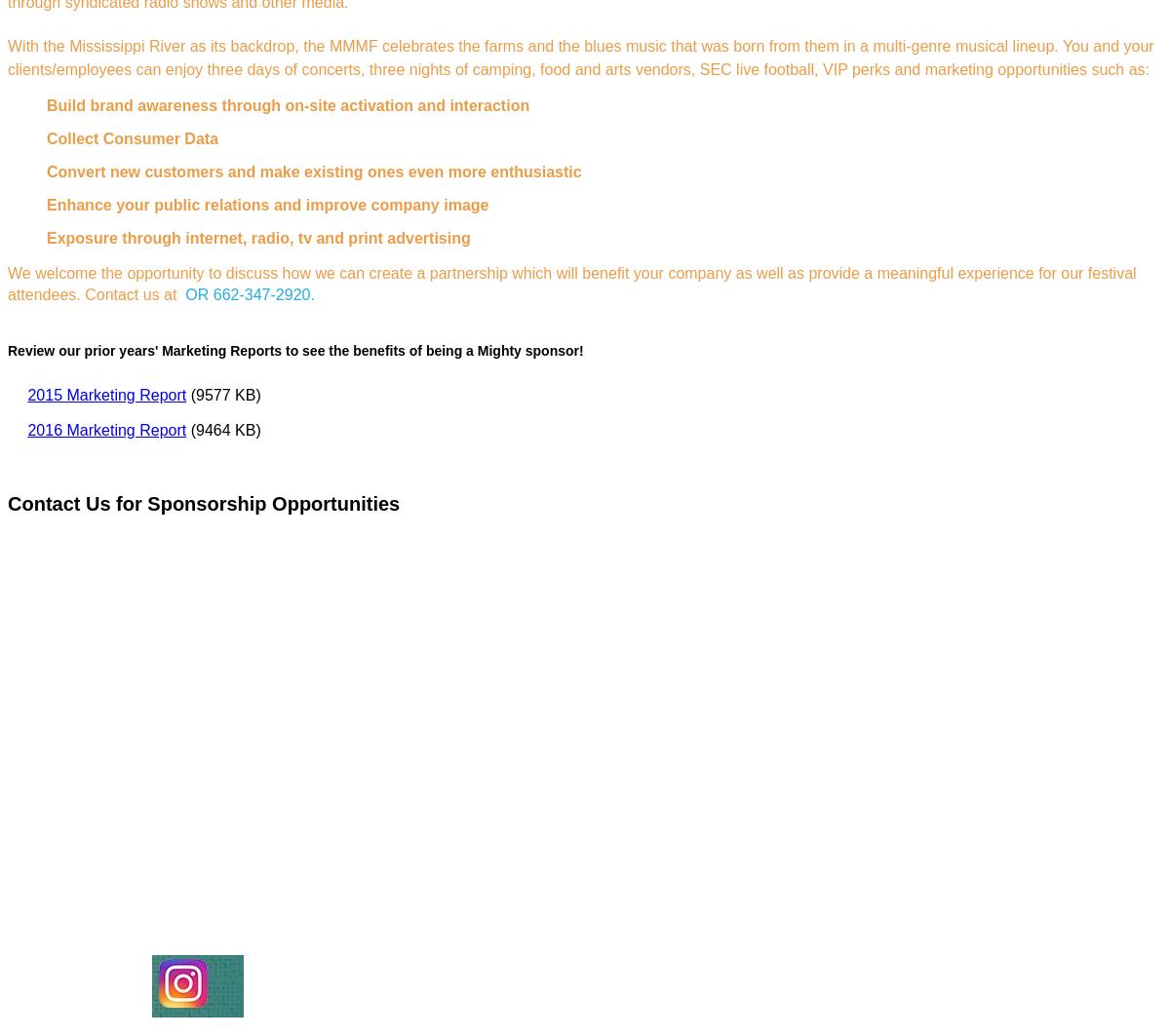 Image resolution: width=1170 pixels, height=1036 pixels. What do you see at coordinates (251, 294) in the screenshot?
I see `'OR 662-347-2920.'` at bounding box center [251, 294].